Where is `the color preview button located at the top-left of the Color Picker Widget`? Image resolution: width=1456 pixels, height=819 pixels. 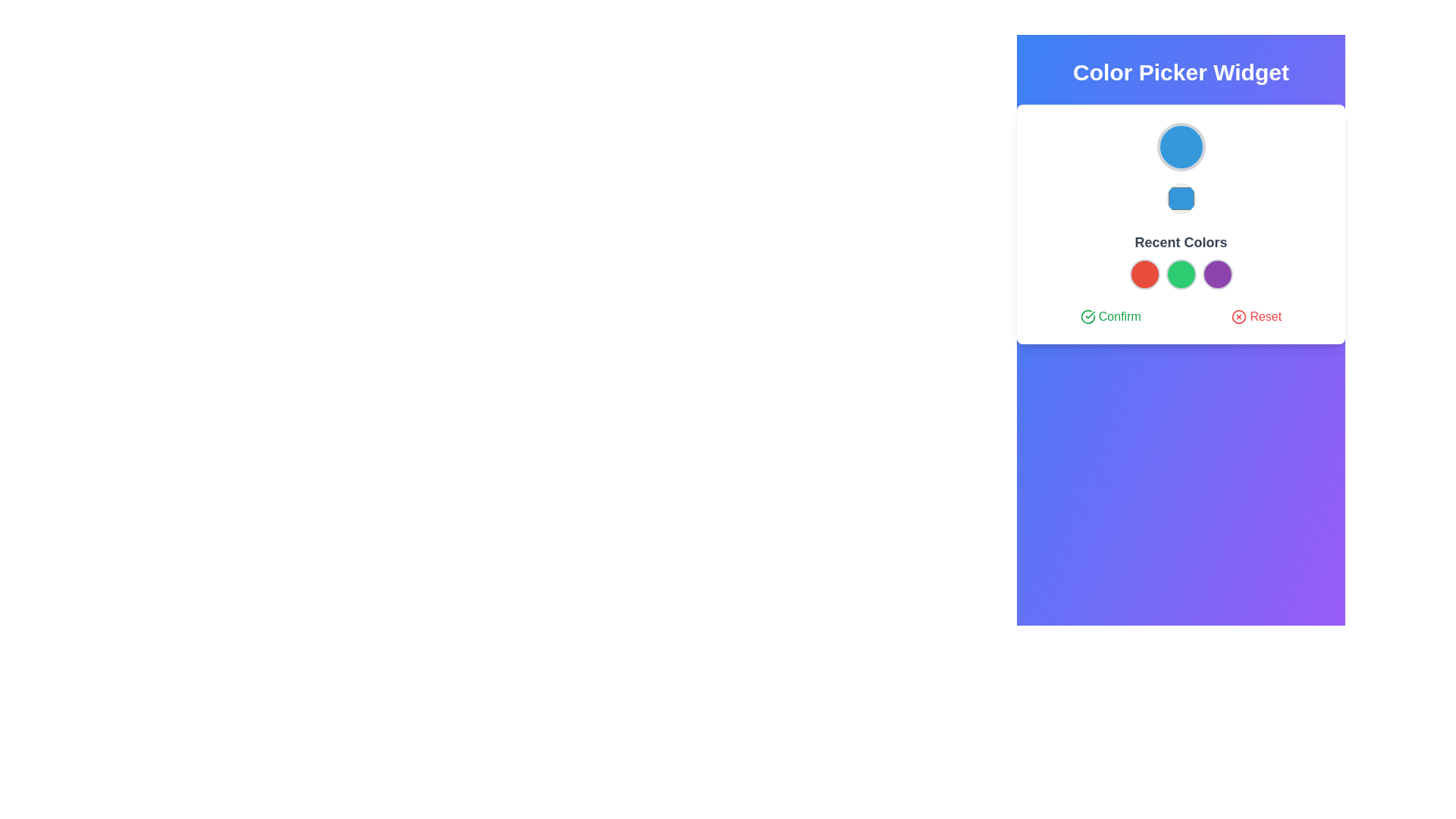
the color preview button located at the top-left of the Color Picker Widget is located at coordinates (1180, 146).